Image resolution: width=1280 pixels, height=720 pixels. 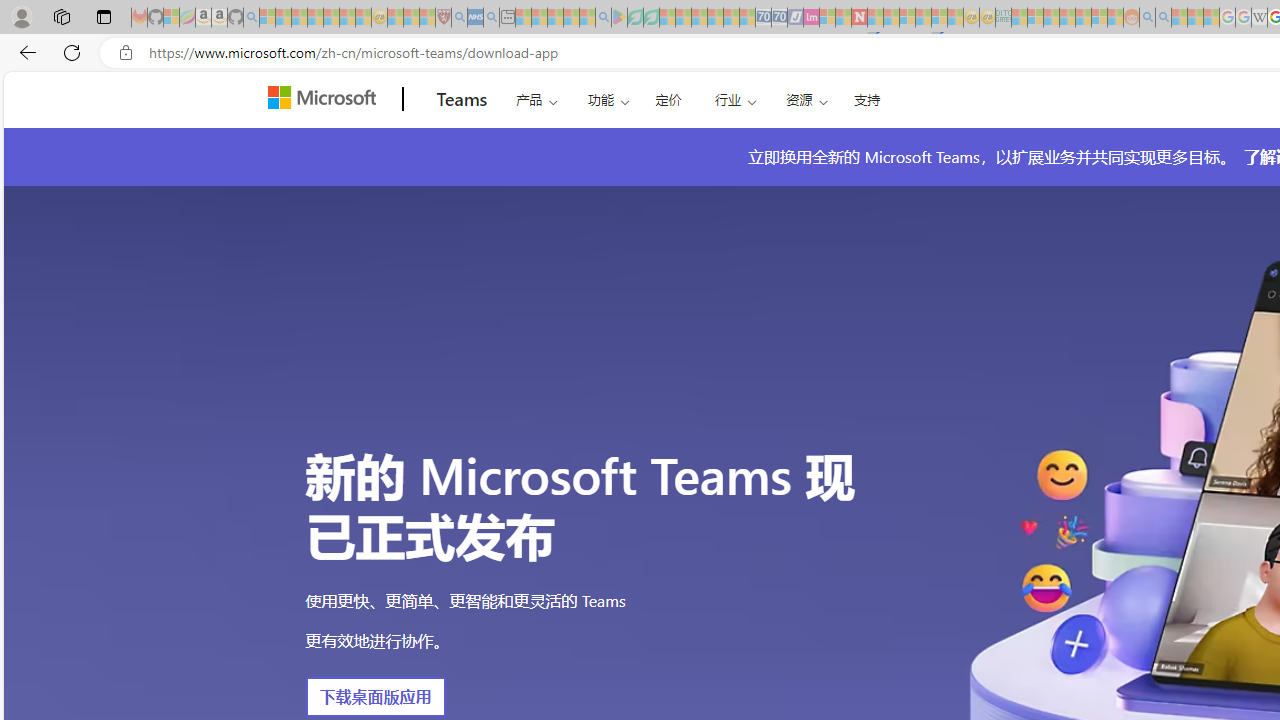 I want to click on '14 Common Myths Debunked By Scientific Facts - Sleeping', so click(x=890, y=17).